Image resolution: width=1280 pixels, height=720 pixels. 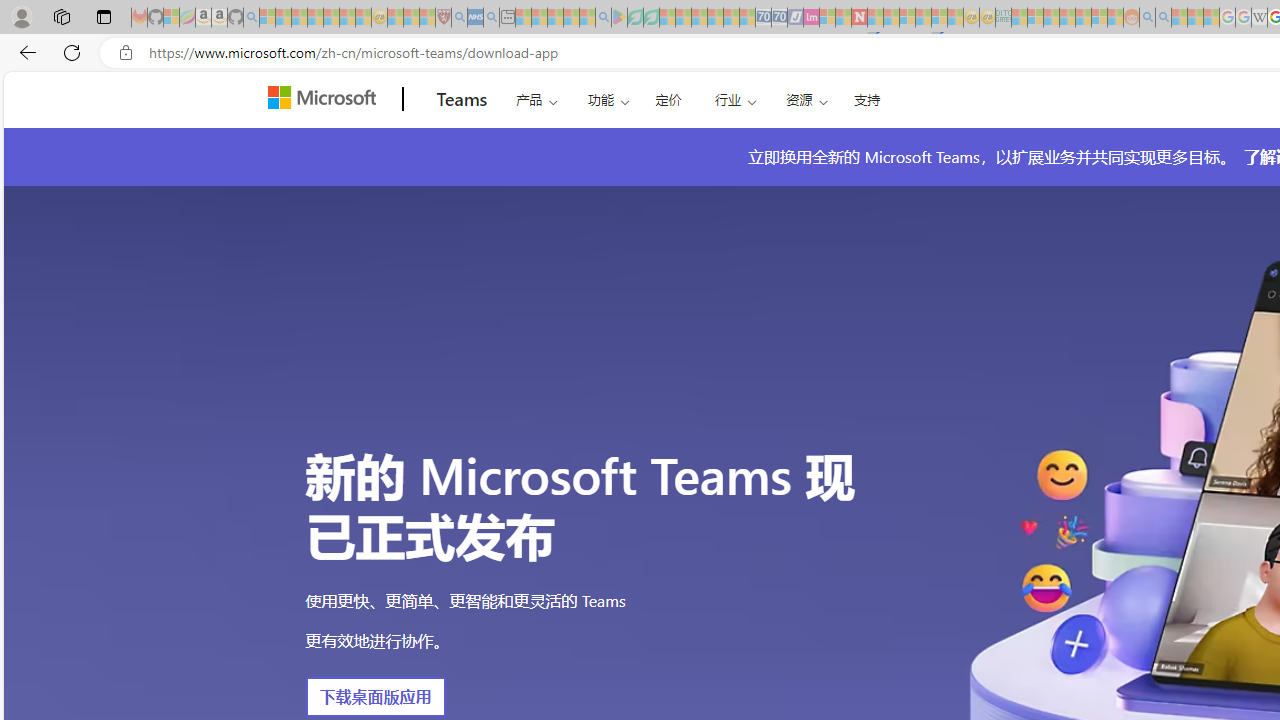 I want to click on '14 Common Myths Debunked By Scientific Facts - Sleeping', so click(x=890, y=17).